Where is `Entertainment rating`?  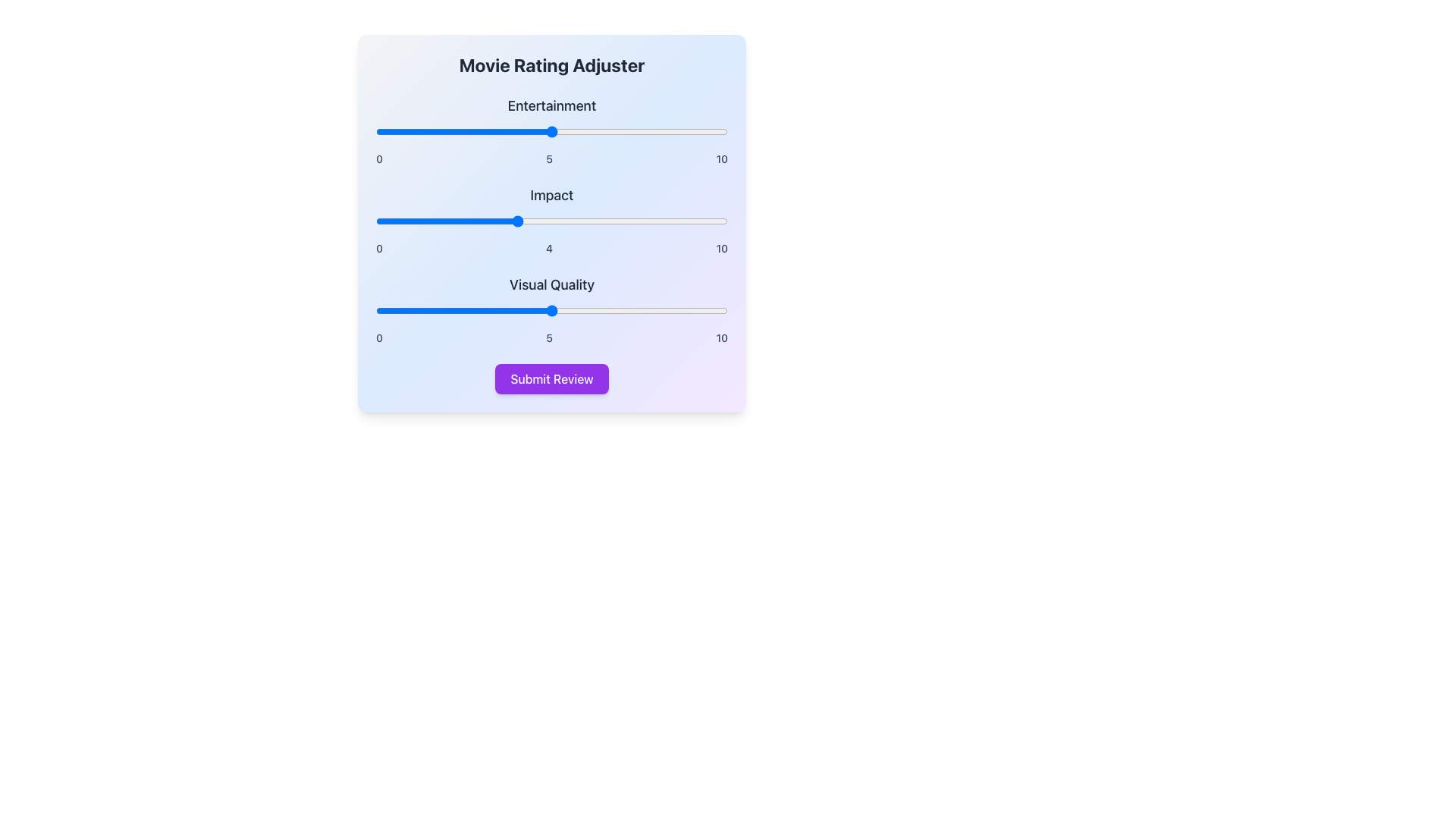 Entertainment rating is located at coordinates (516, 130).